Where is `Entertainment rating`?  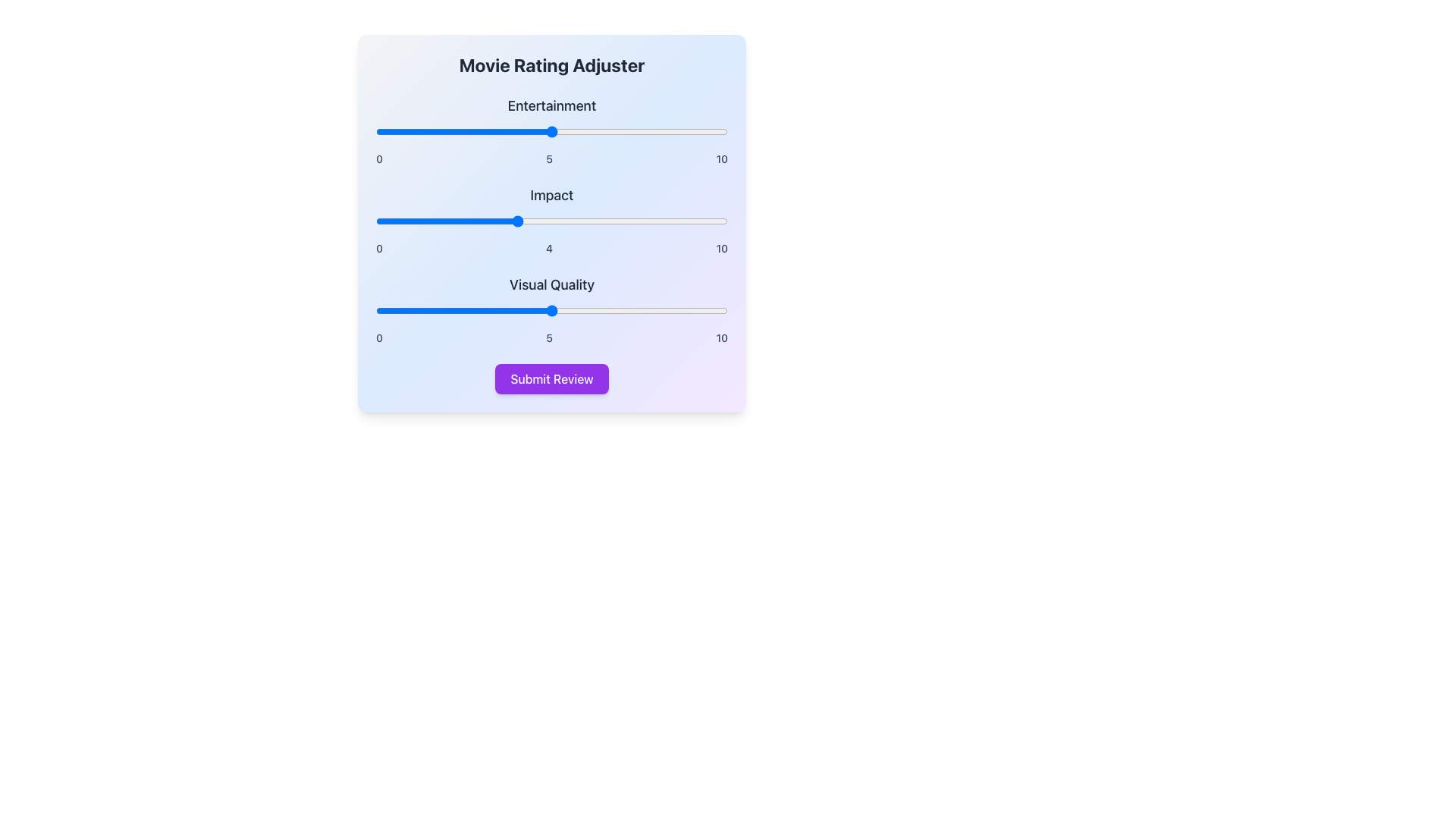 Entertainment rating is located at coordinates (516, 130).